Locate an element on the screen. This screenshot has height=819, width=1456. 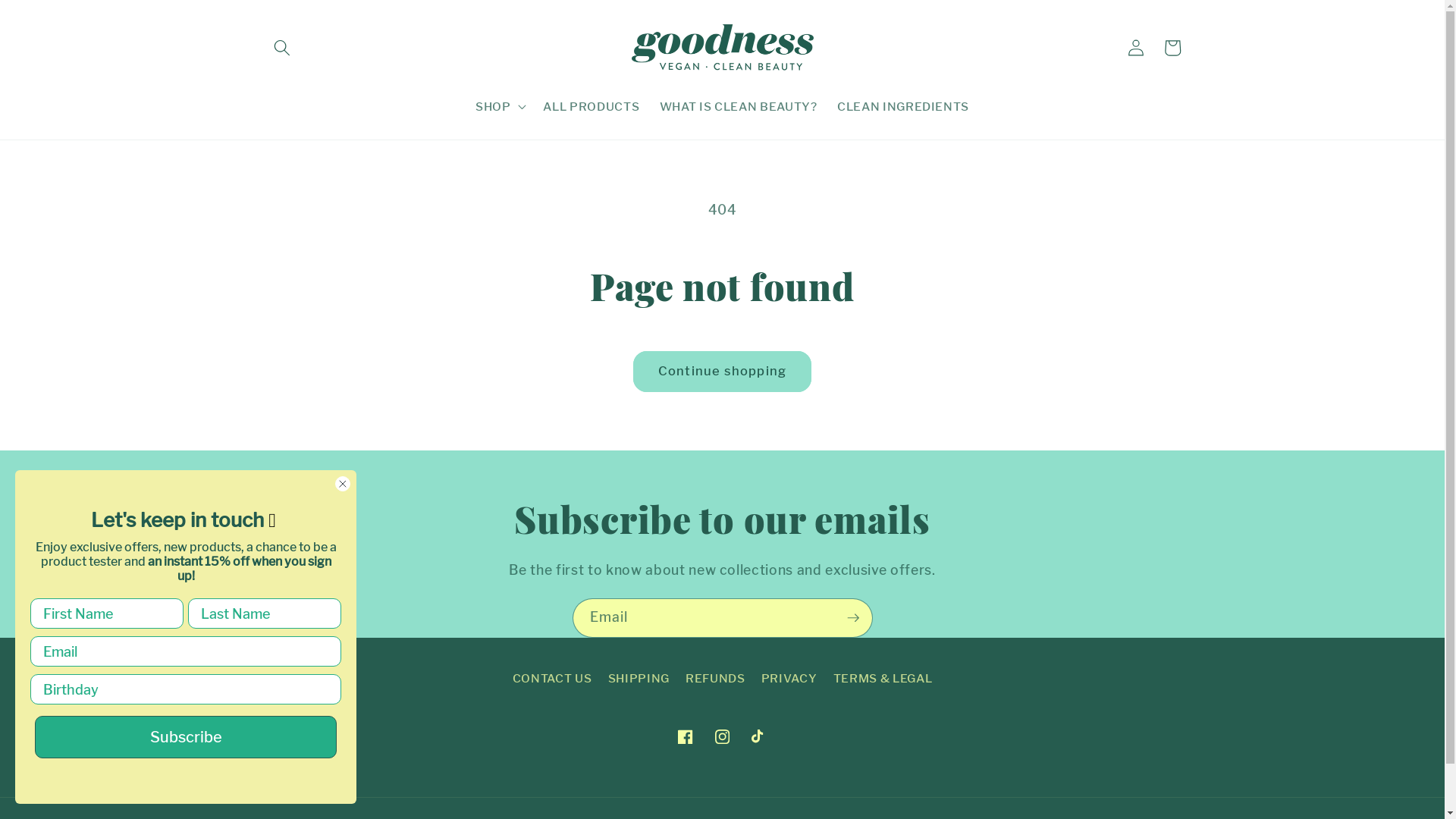
'CLEAN INGREDIENTS' is located at coordinates (903, 106).